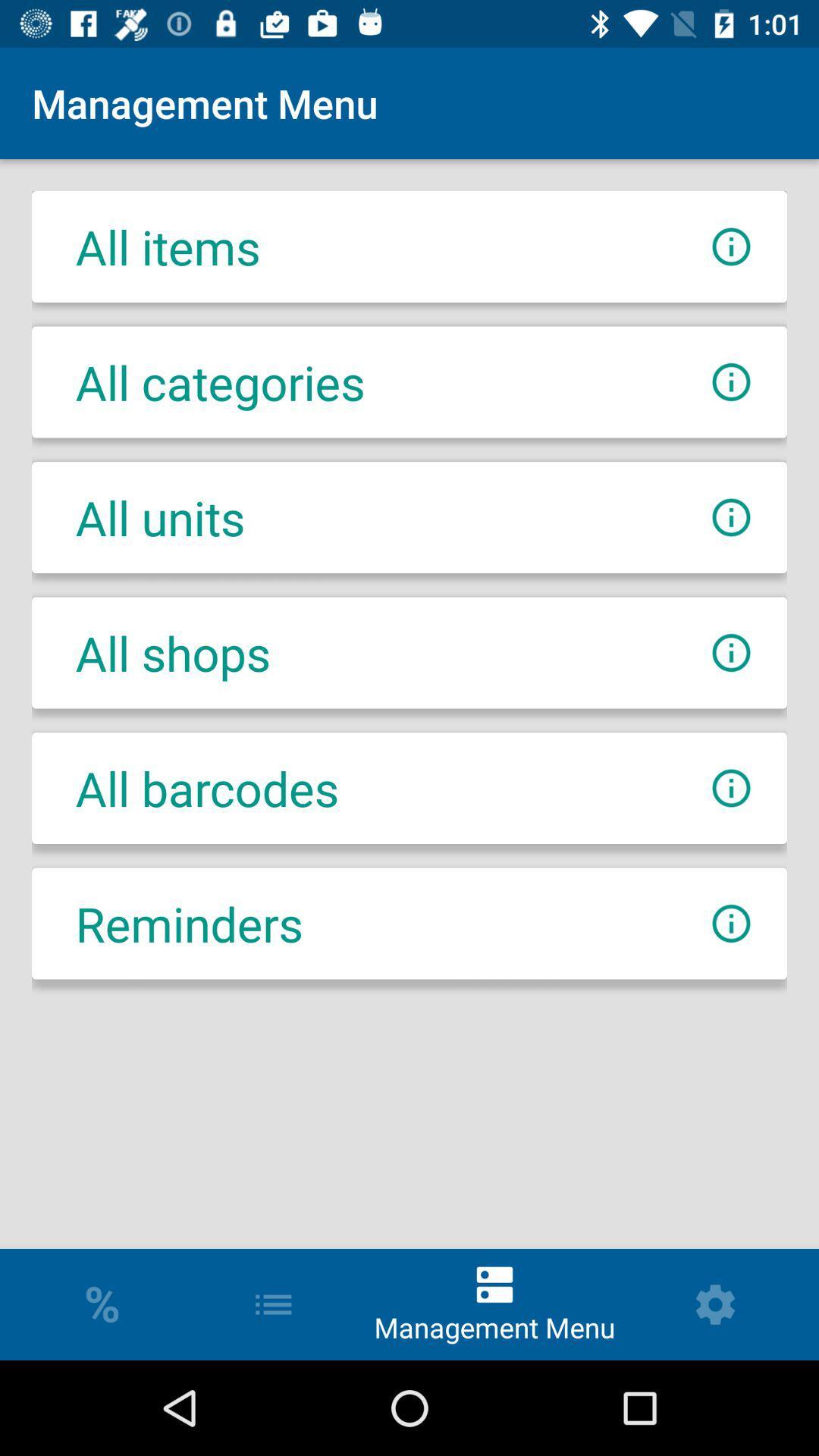 The height and width of the screenshot is (1456, 819). What do you see at coordinates (730, 382) in the screenshot?
I see `information on all categories button` at bounding box center [730, 382].